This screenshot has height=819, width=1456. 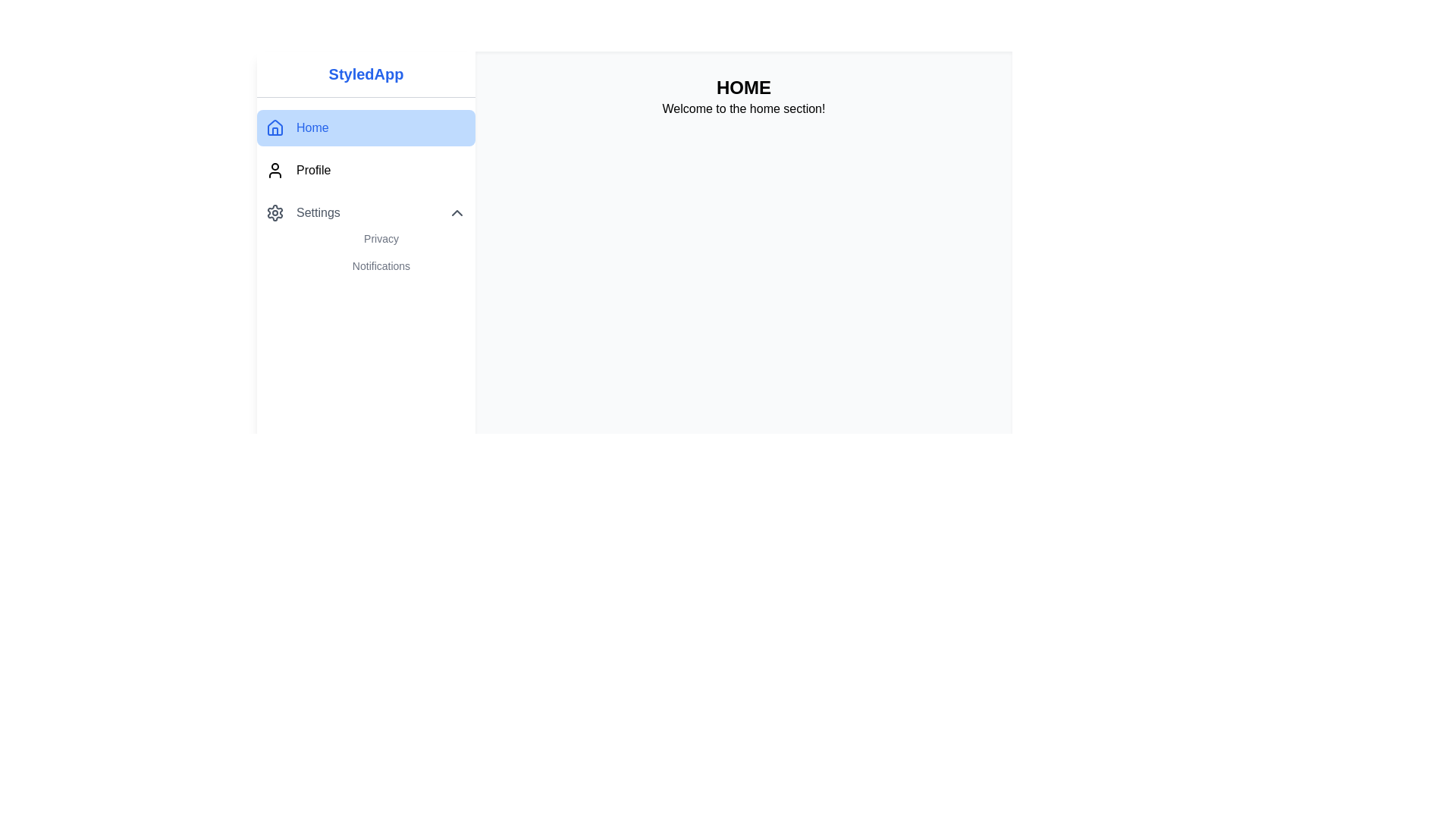 What do you see at coordinates (312, 170) in the screenshot?
I see `the 'Profile' text label in the navigation menu` at bounding box center [312, 170].